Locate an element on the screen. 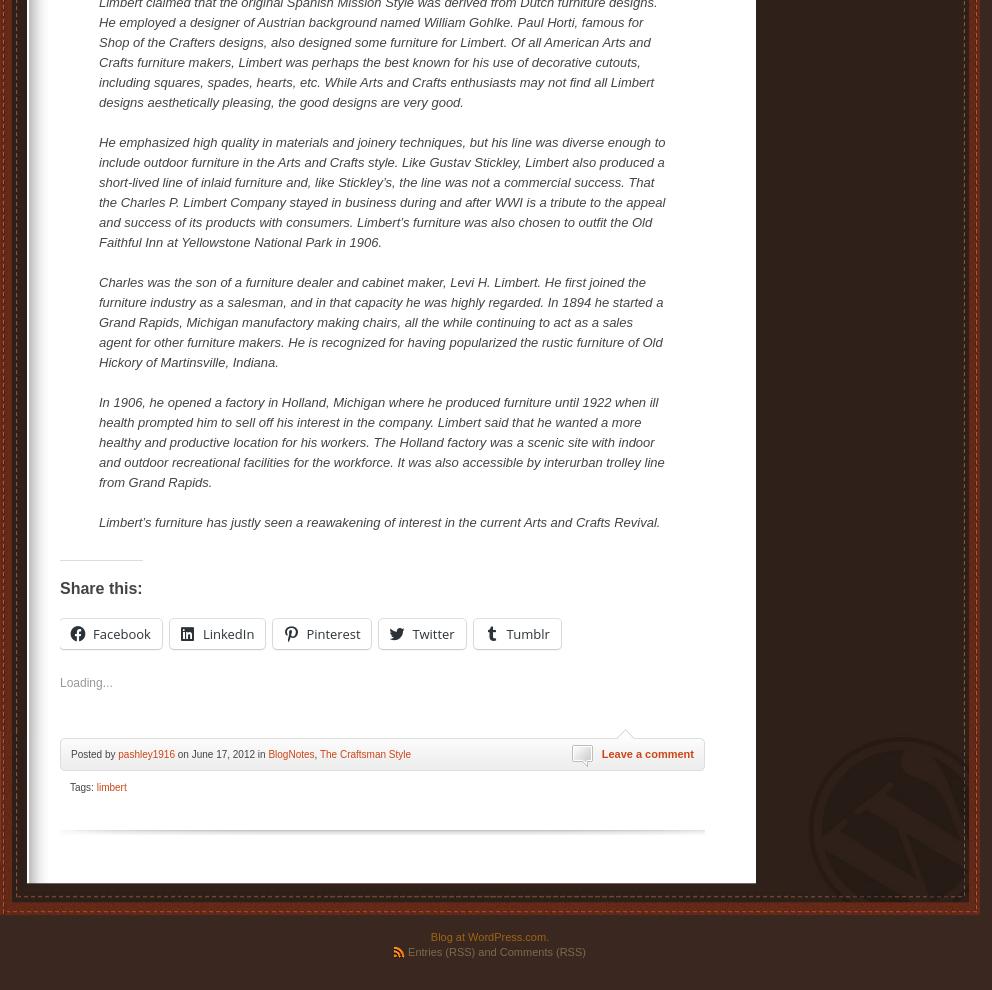  'on June 17, 2012 in' is located at coordinates (172, 753).